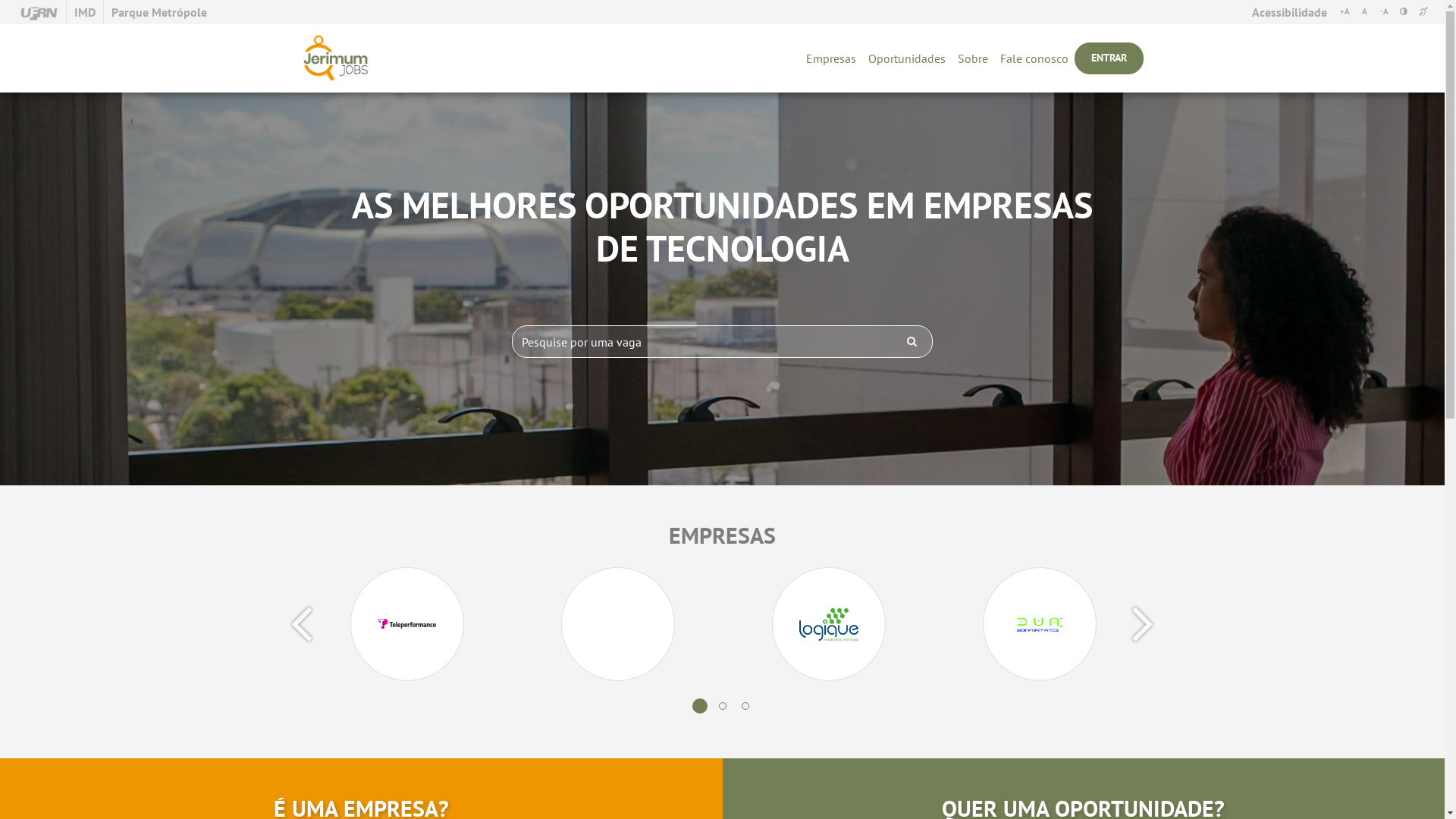 Image resolution: width=1456 pixels, height=819 pixels. What do you see at coordinates (830, 58) in the screenshot?
I see `'Empresas'` at bounding box center [830, 58].